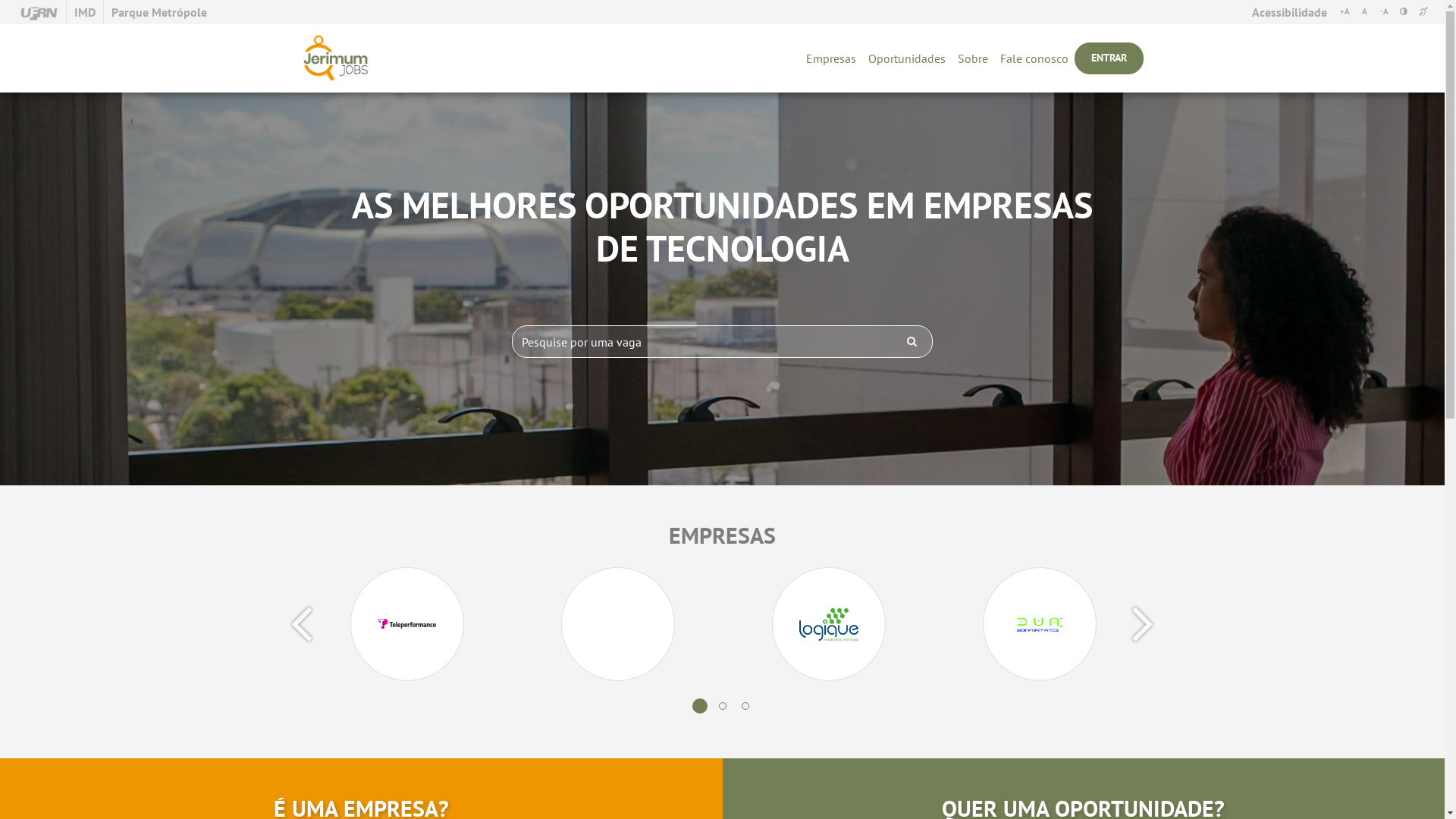 Image resolution: width=1456 pixels, height=819 pixels. What do you see at coordinates (830, 58) in the screenshot?
I see `'Empresas'` at bounding box center [830, 58].